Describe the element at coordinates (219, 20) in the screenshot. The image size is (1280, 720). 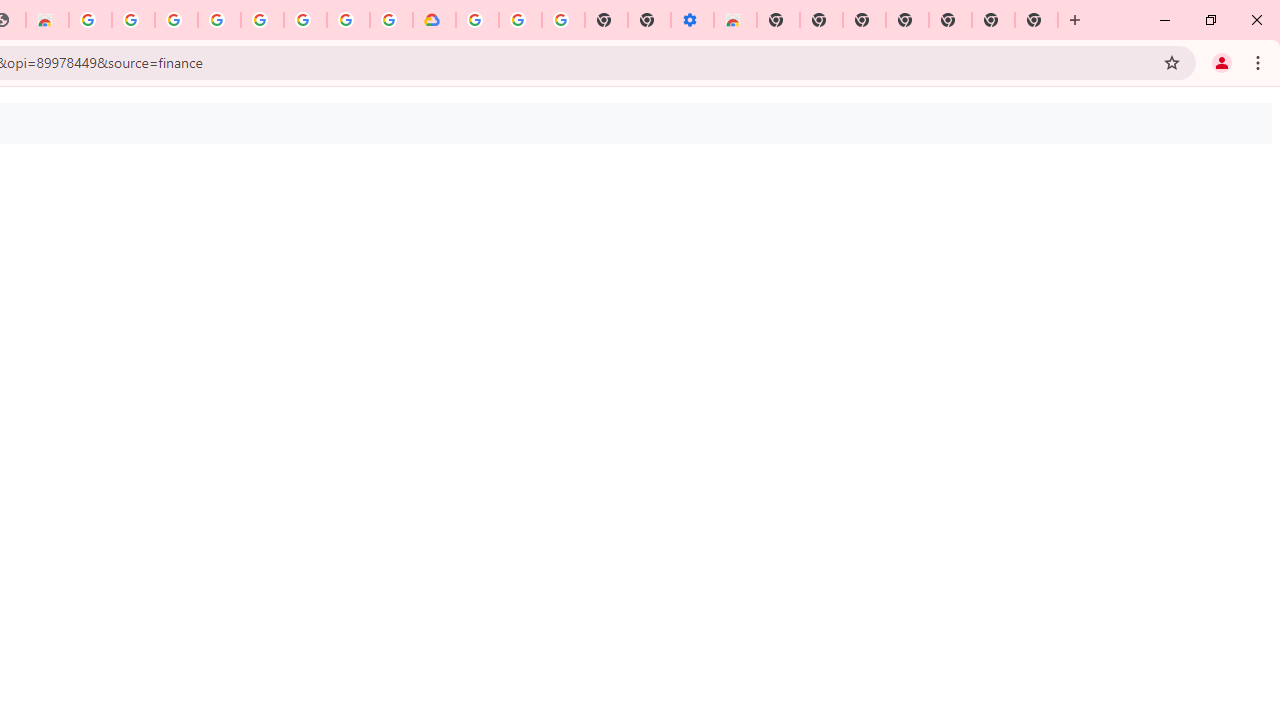
I see `'Sign in - Google Accounts'` at that location.